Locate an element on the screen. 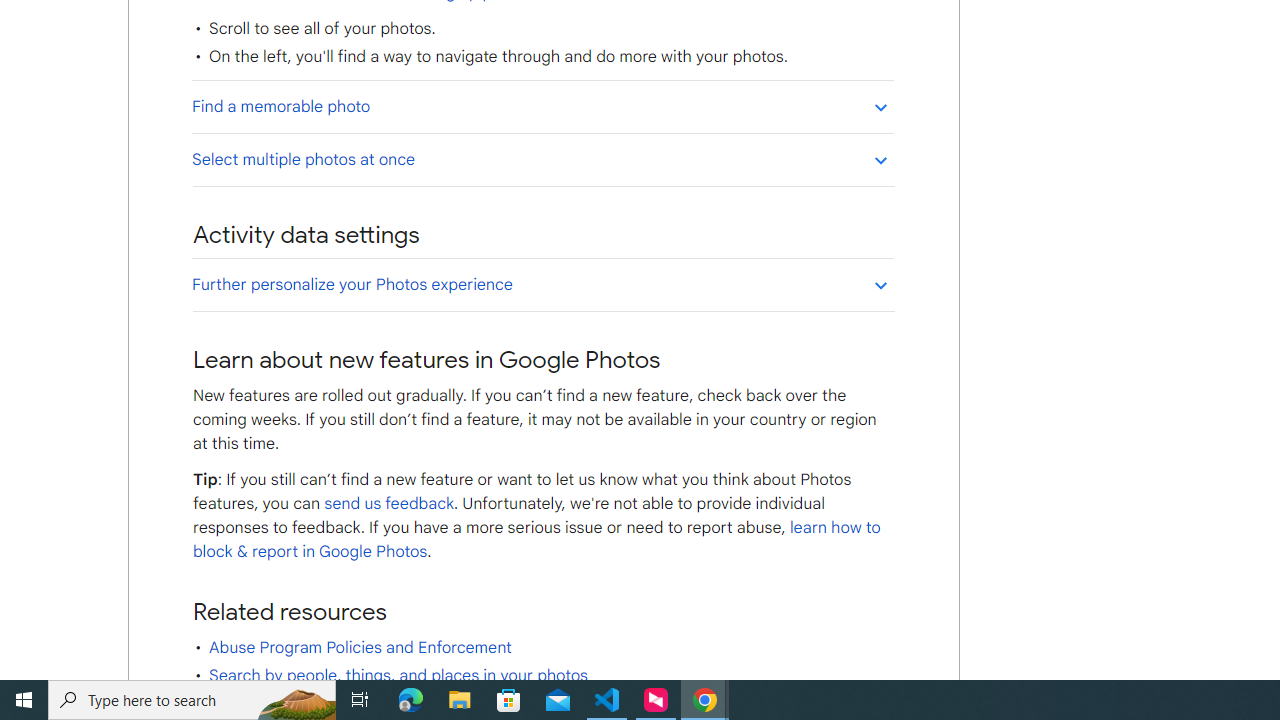 Image resolution: width=1280 pixels, height=720 pixels. 'Find a memorable photo' is located at coordinates (542, 106).